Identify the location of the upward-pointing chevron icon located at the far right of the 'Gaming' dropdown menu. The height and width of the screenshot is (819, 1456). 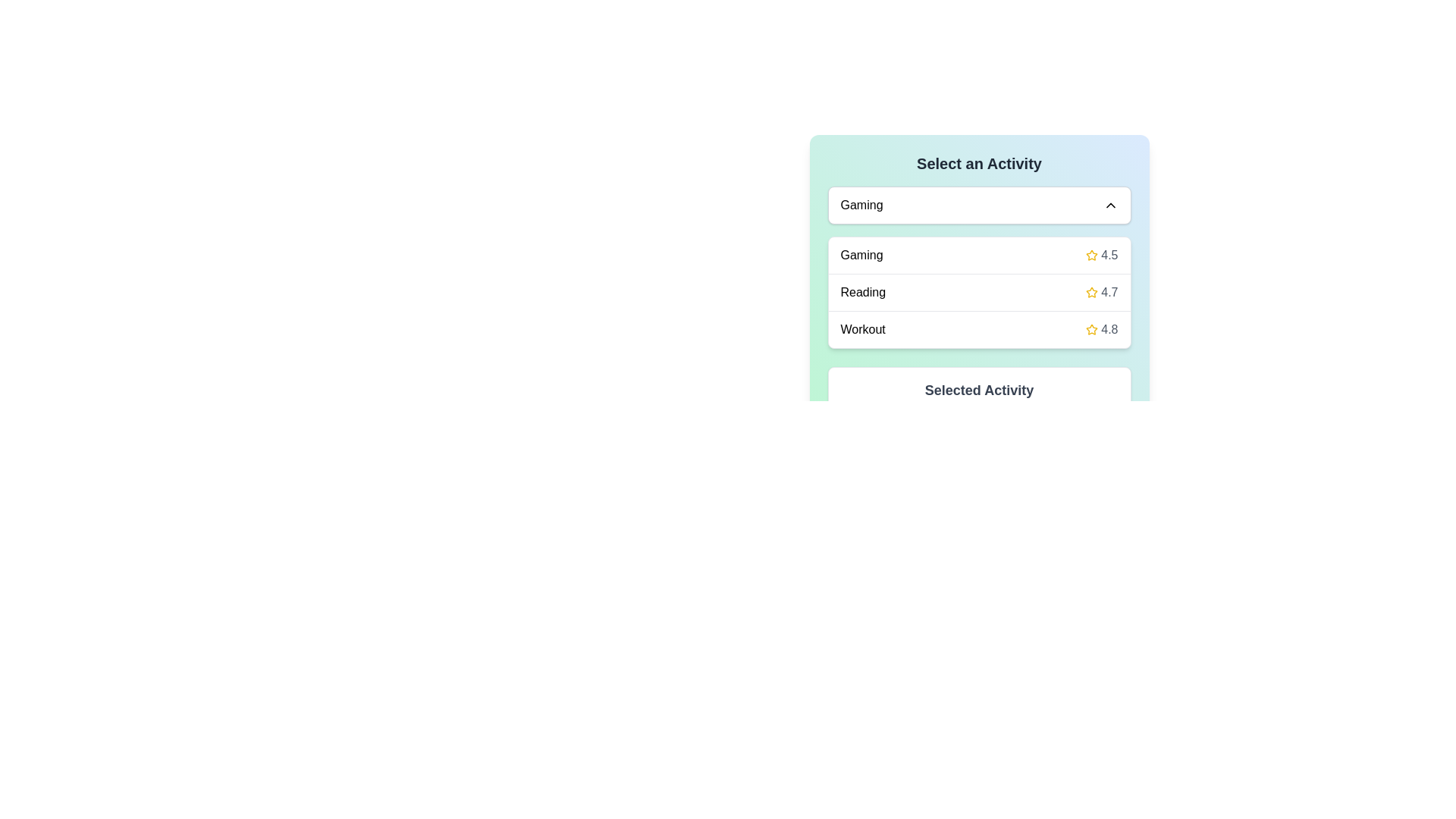
(1110, 205).